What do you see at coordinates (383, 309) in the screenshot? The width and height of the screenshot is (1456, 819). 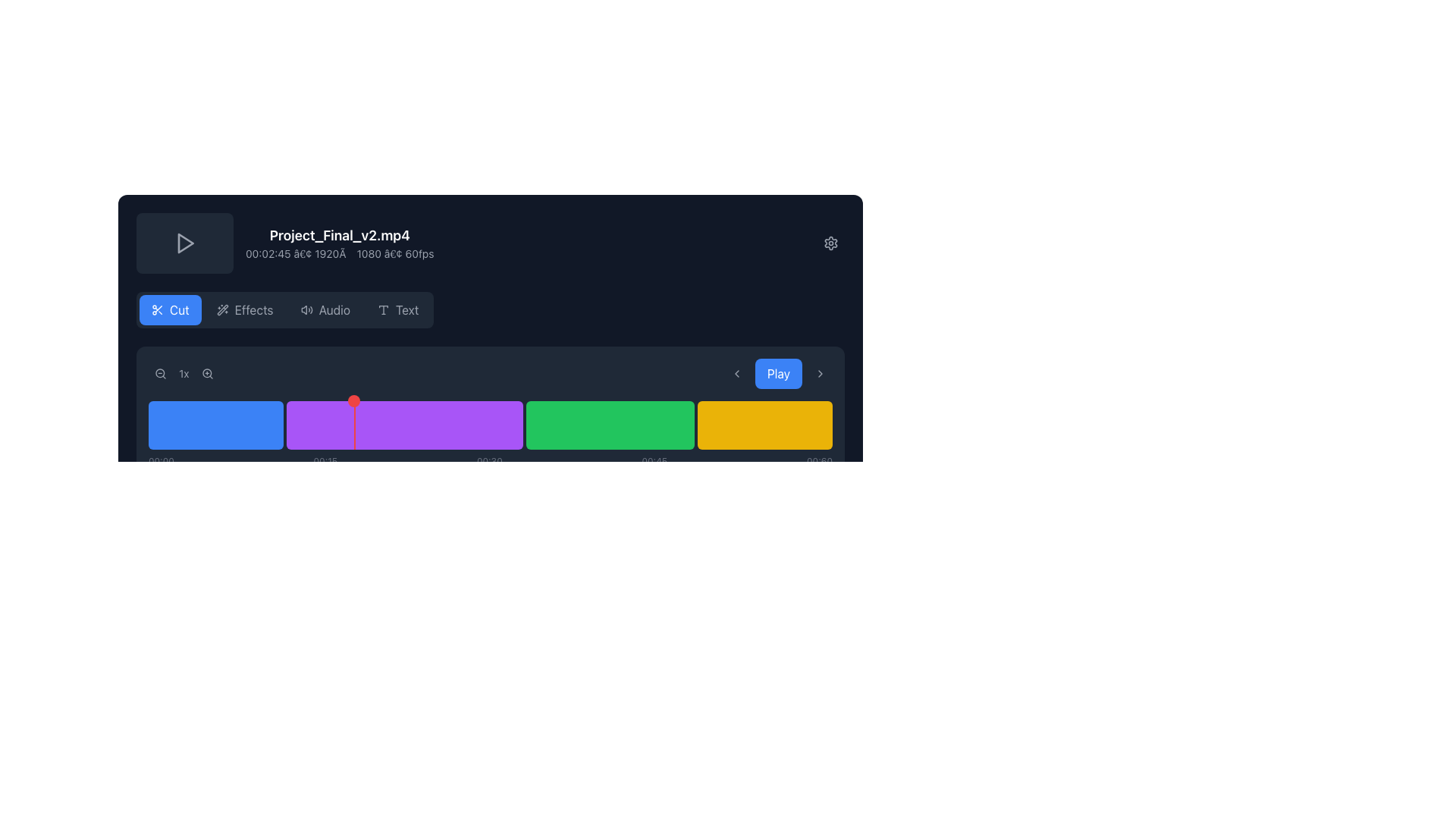 I see `the small icon button styled with a gray outline representing the letter 'T'` at bounding box center [383, 309].